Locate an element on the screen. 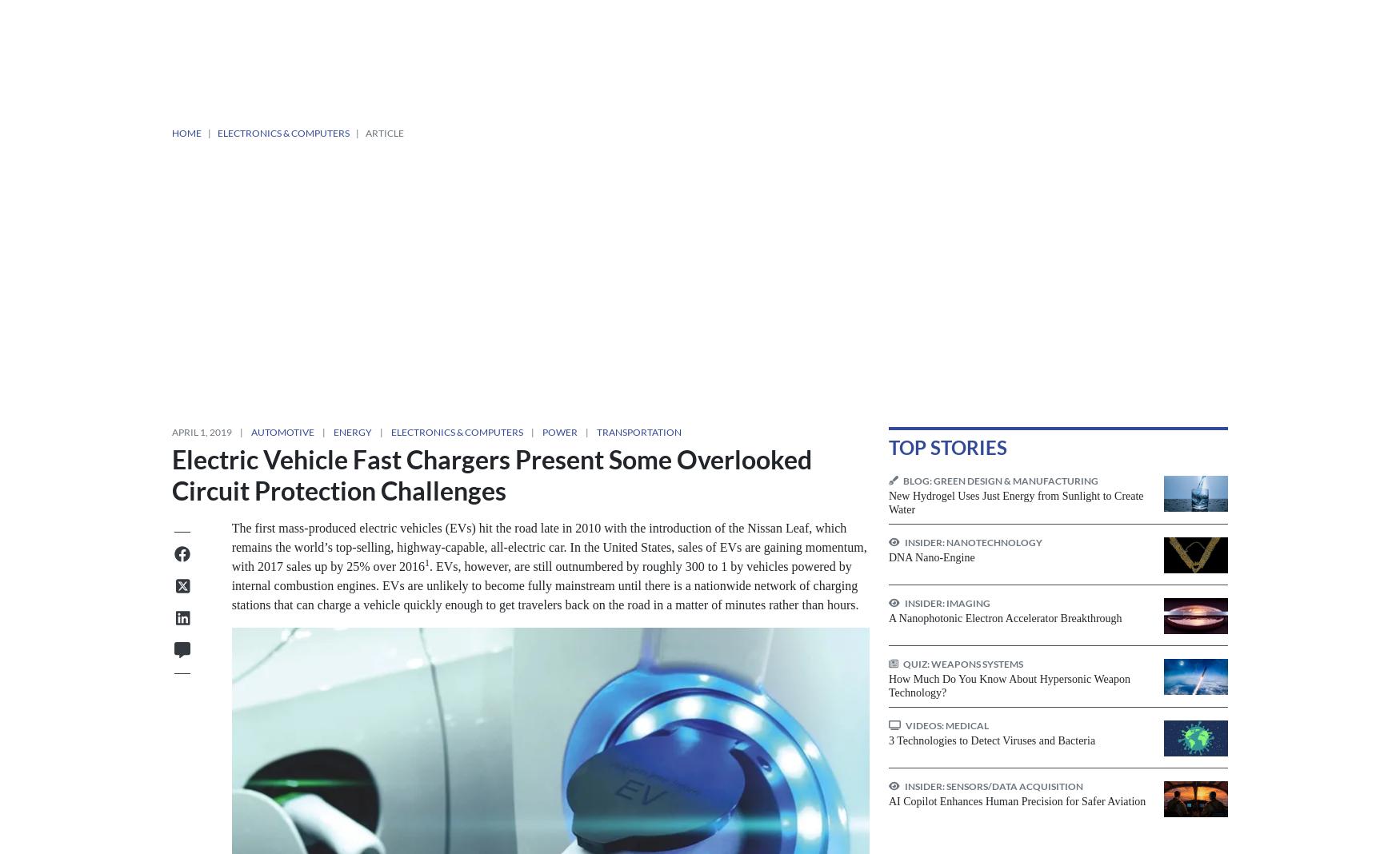 The image size is (1400, 854). 'Batteries' is located at coordinates (416, 536).